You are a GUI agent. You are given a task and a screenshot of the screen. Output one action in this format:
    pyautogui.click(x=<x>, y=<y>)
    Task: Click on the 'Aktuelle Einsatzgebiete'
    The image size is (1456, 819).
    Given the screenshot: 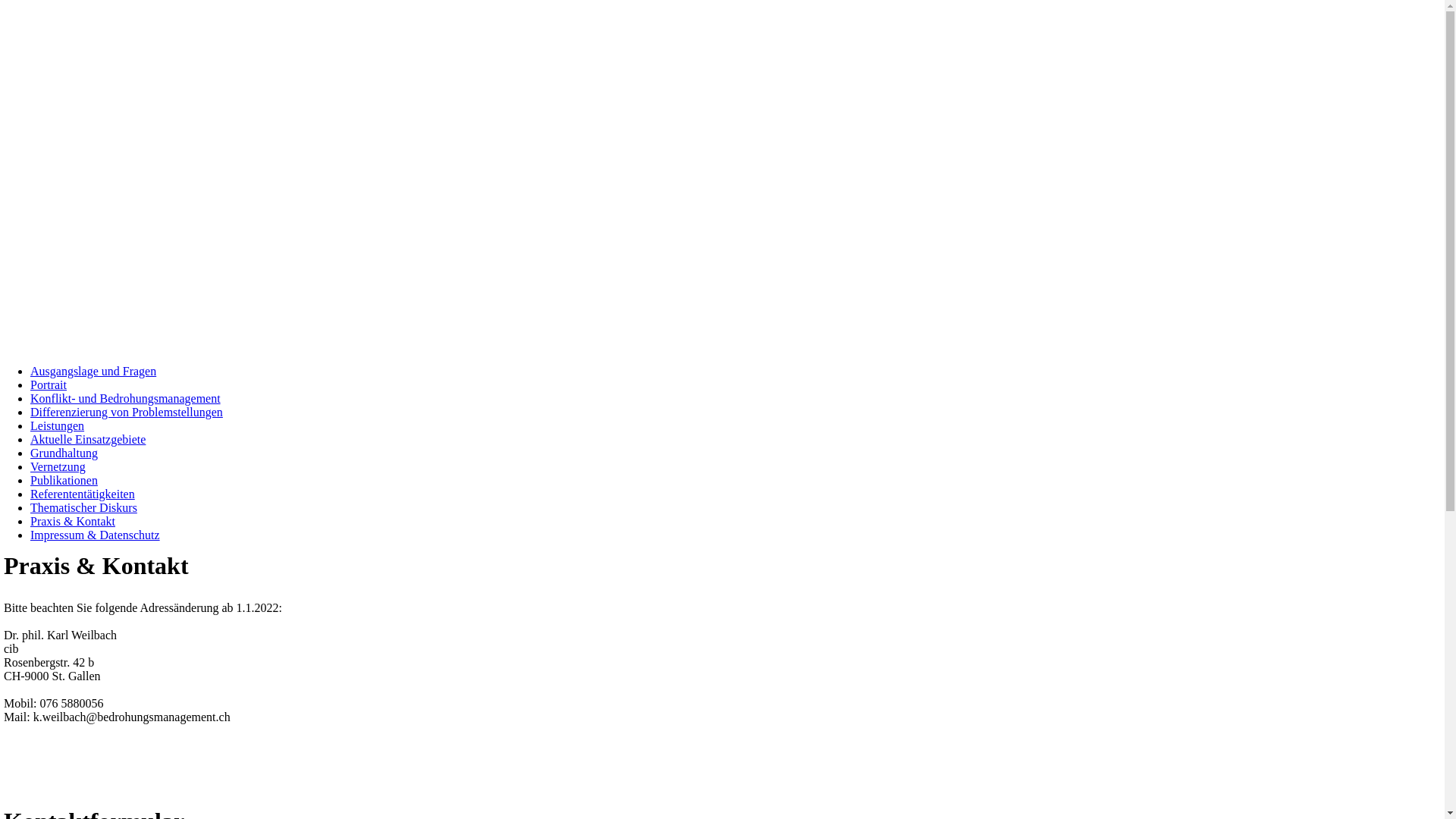 What is the action you would take?
    pyautogui.click(x=86, y=439)
    